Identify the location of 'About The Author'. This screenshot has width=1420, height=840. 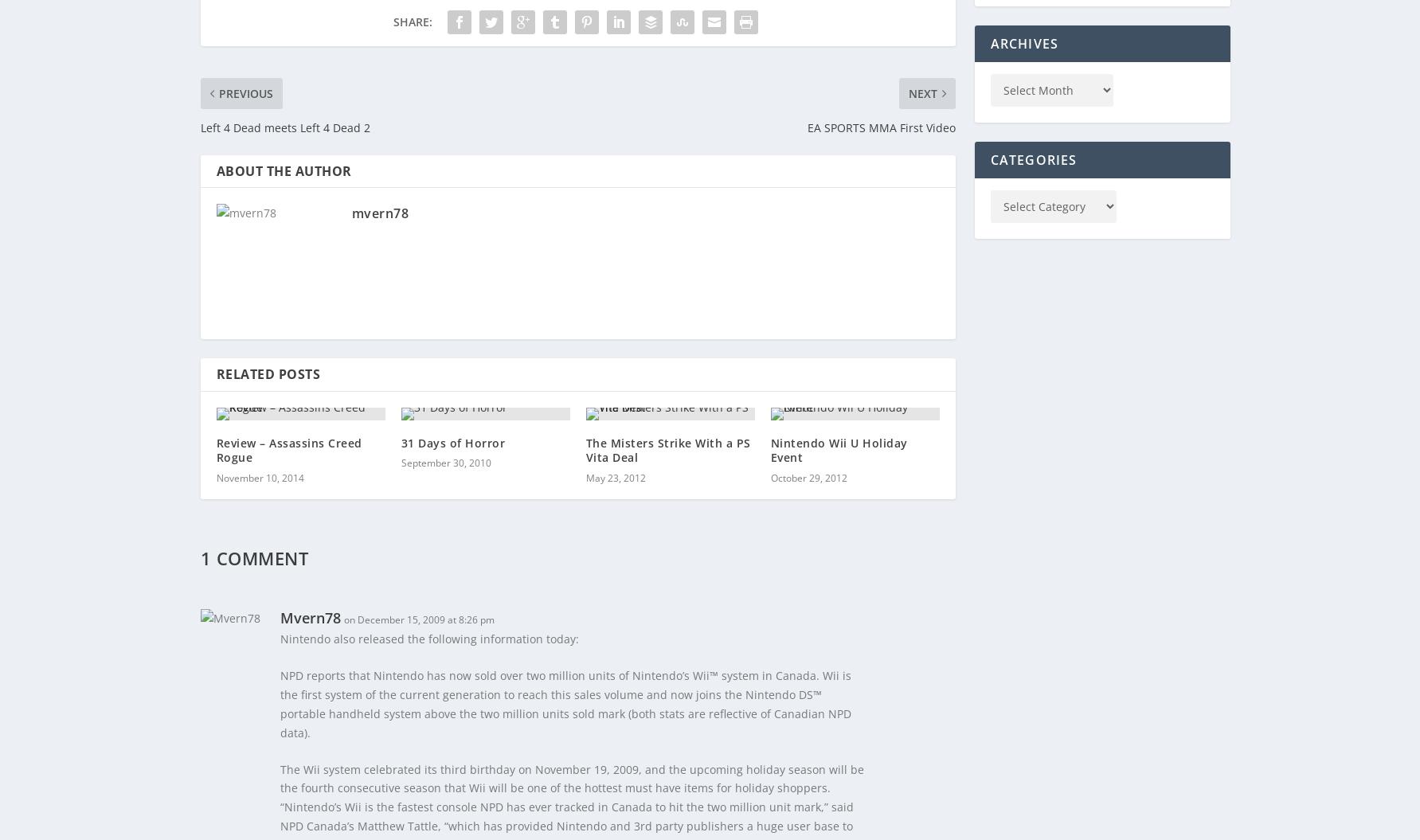
(283, 169).